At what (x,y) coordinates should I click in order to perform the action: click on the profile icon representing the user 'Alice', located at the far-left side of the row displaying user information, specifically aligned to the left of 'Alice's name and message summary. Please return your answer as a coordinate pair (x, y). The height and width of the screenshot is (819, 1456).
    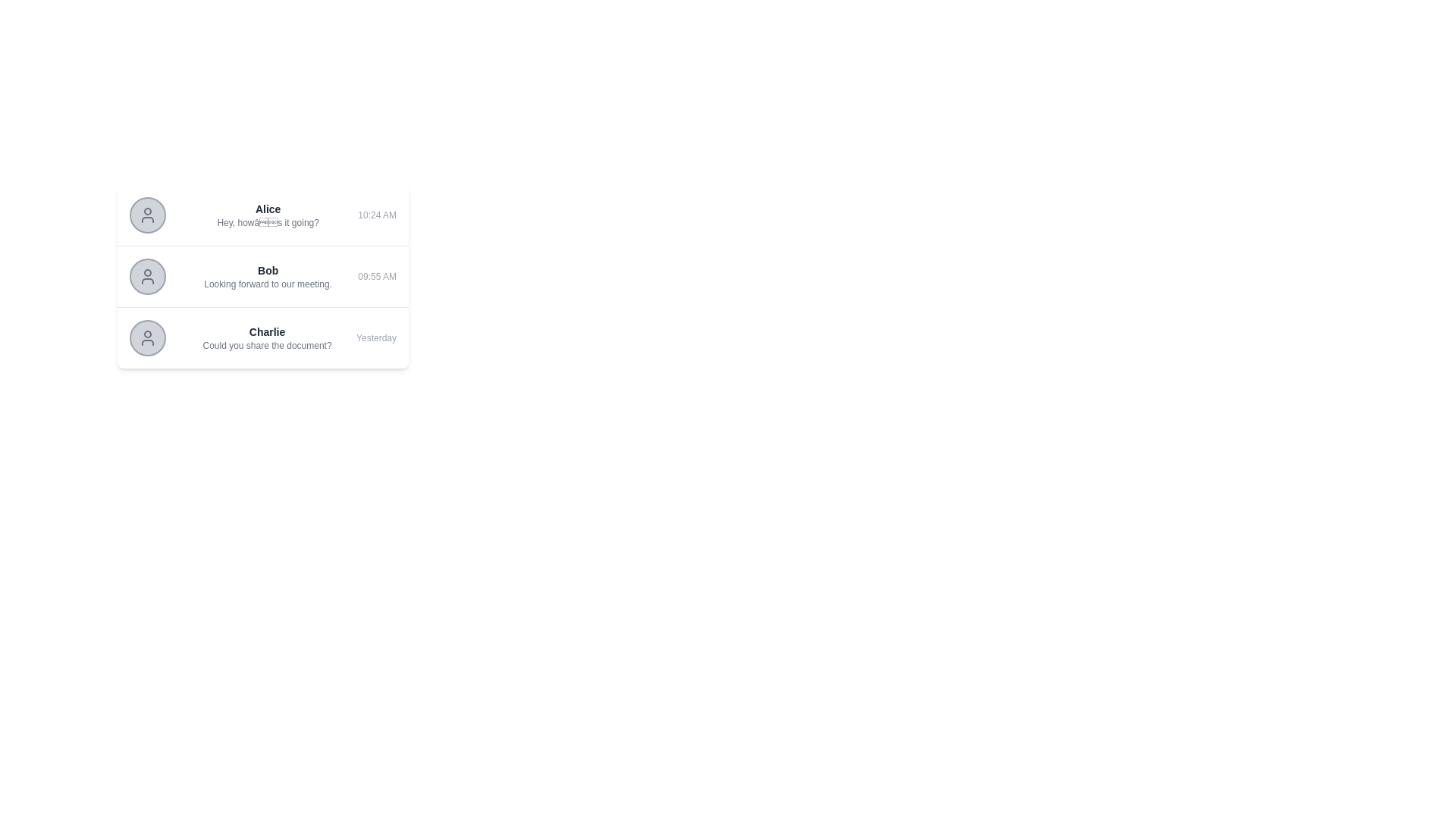
    Looking at the image, I should click on (148, 215).